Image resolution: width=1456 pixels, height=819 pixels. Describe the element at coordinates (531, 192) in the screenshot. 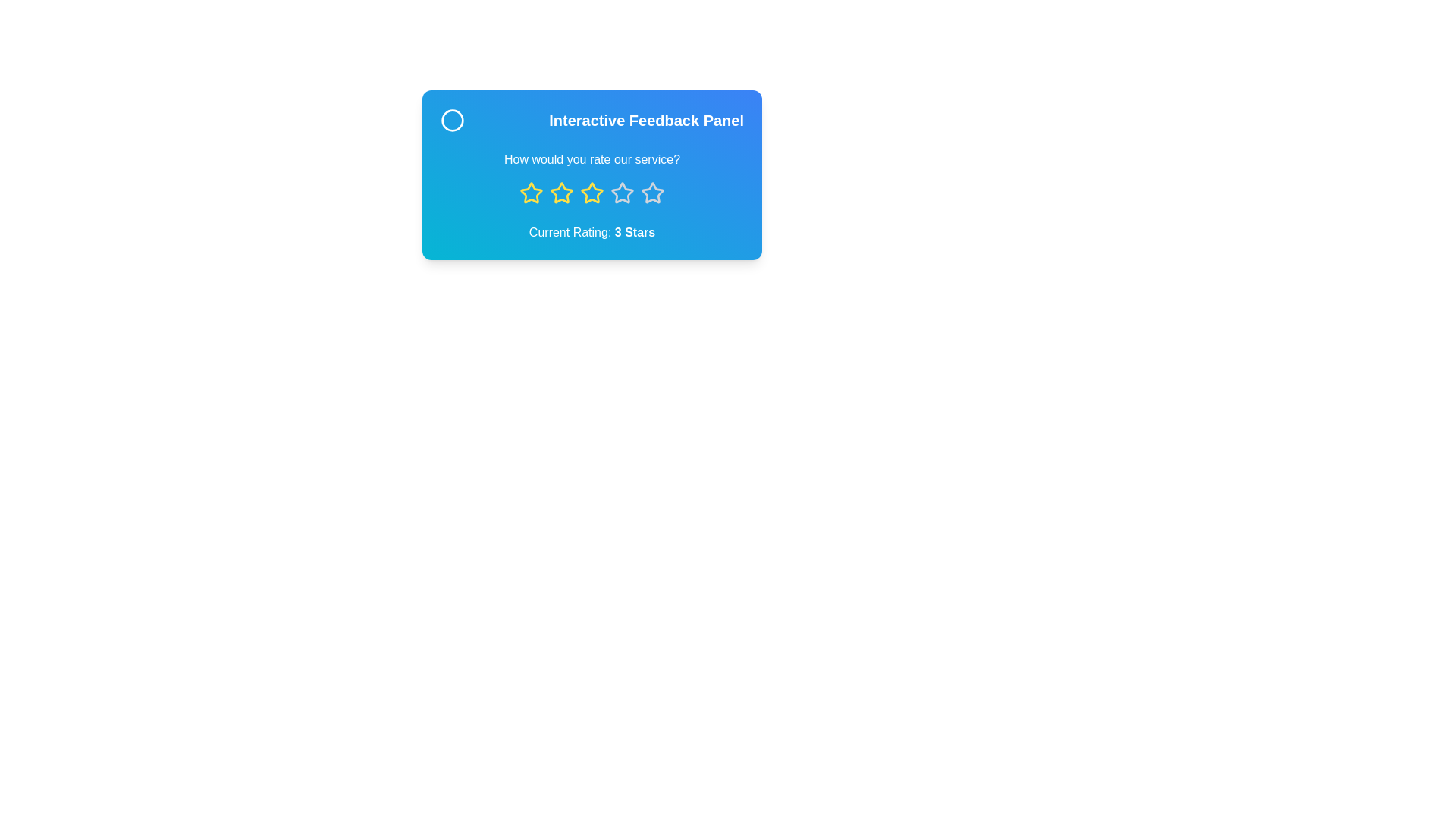

I see `the first star in the horizontal sequence of five stars` at that location.